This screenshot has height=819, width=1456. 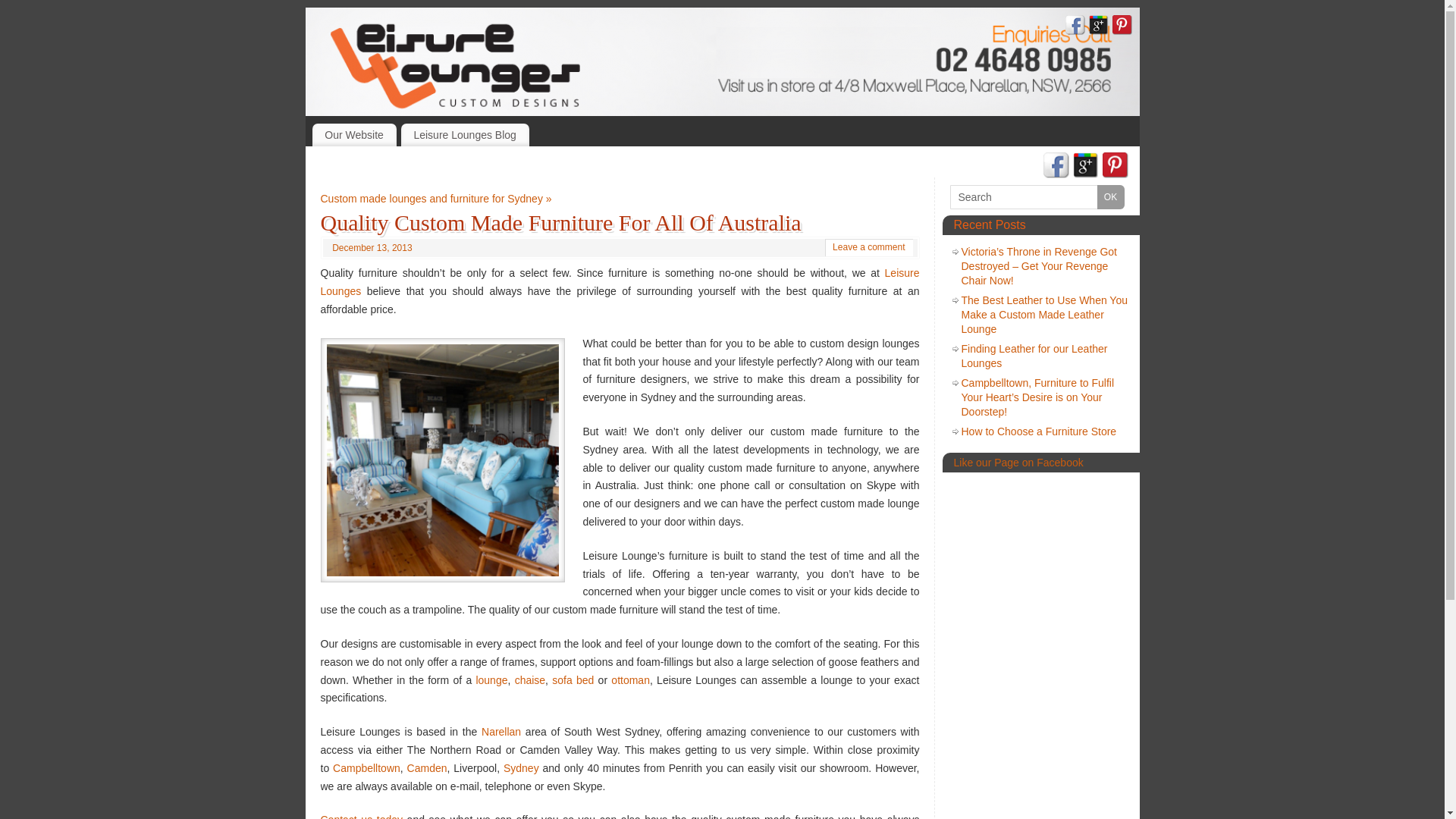 I want to click on 'Pinterest', so click(x=1115, y=167).